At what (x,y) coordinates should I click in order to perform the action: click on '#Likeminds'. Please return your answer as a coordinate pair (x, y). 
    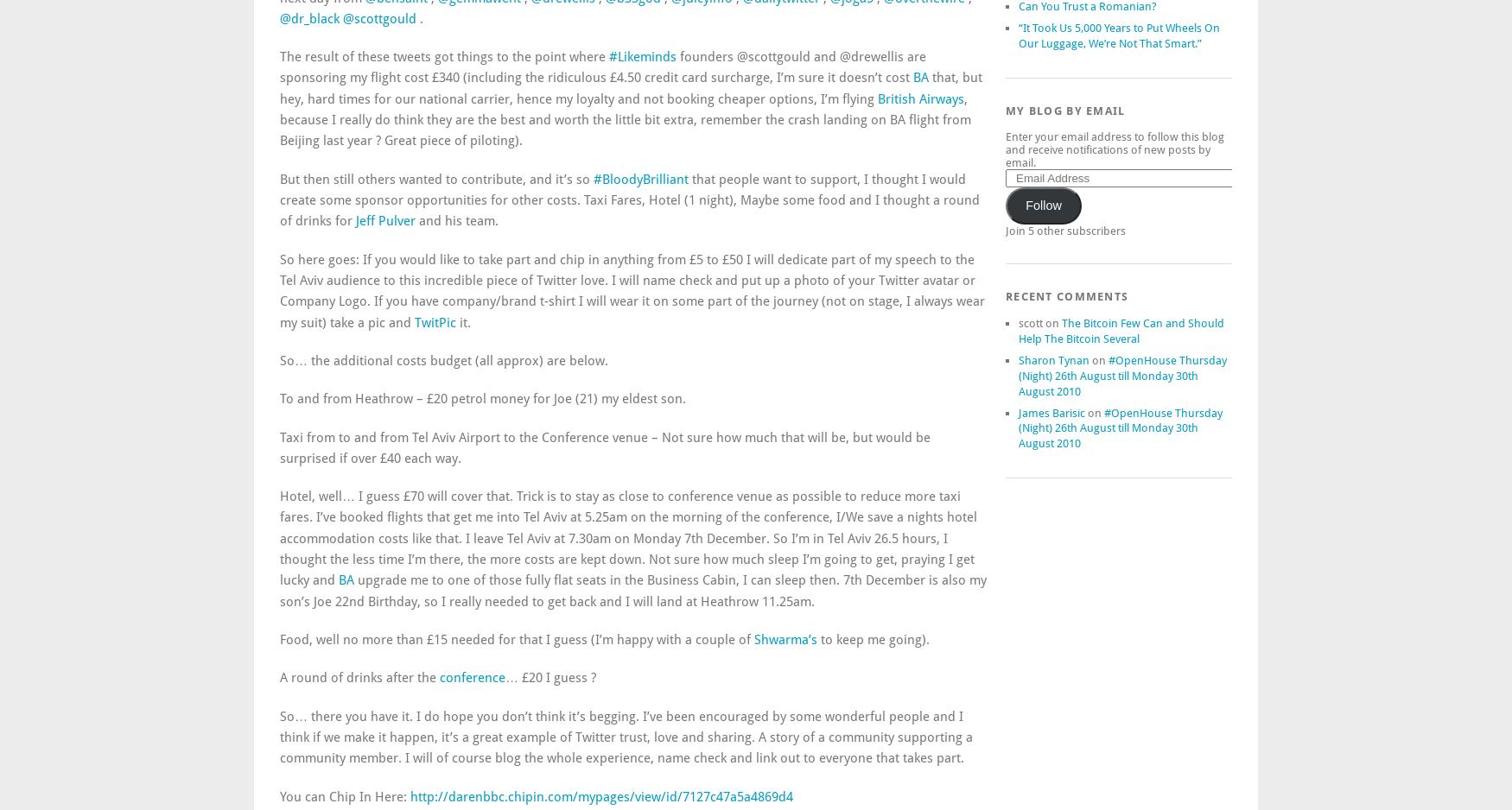
    Looking at the image, I should click on (642, 56).